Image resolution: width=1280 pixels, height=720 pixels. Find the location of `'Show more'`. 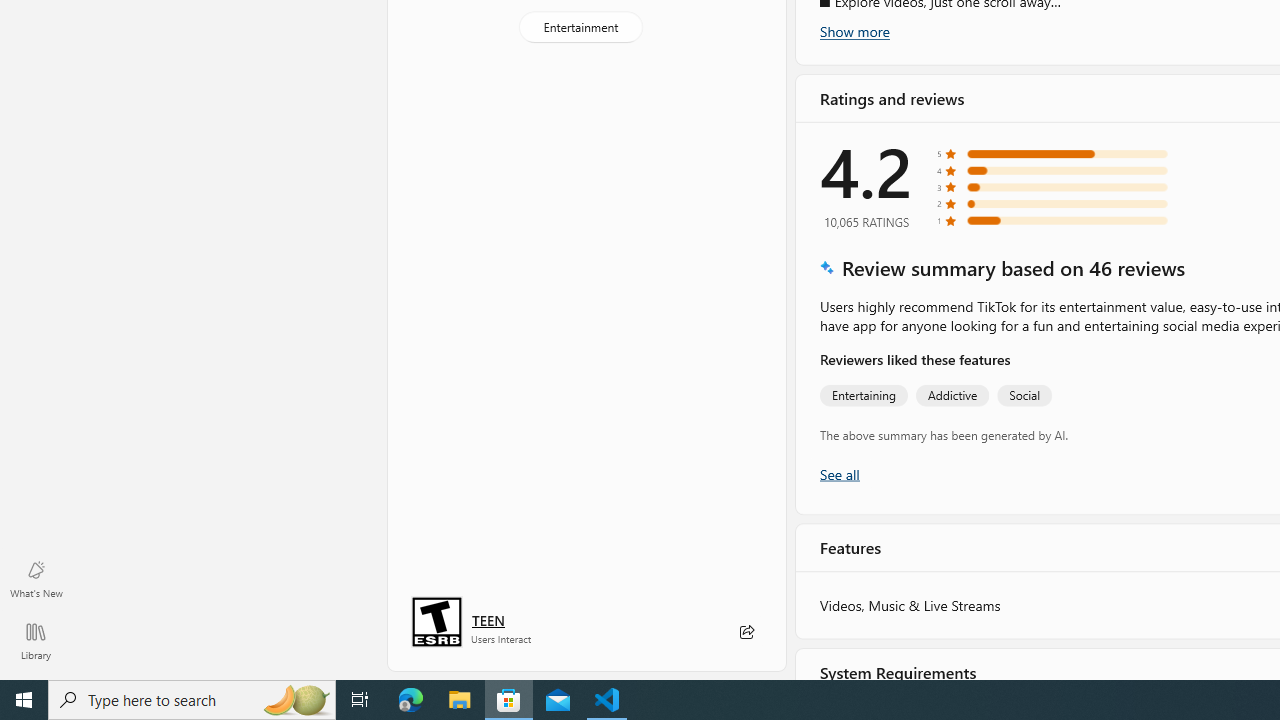

'Show more' is located at coordinates (855, 31).